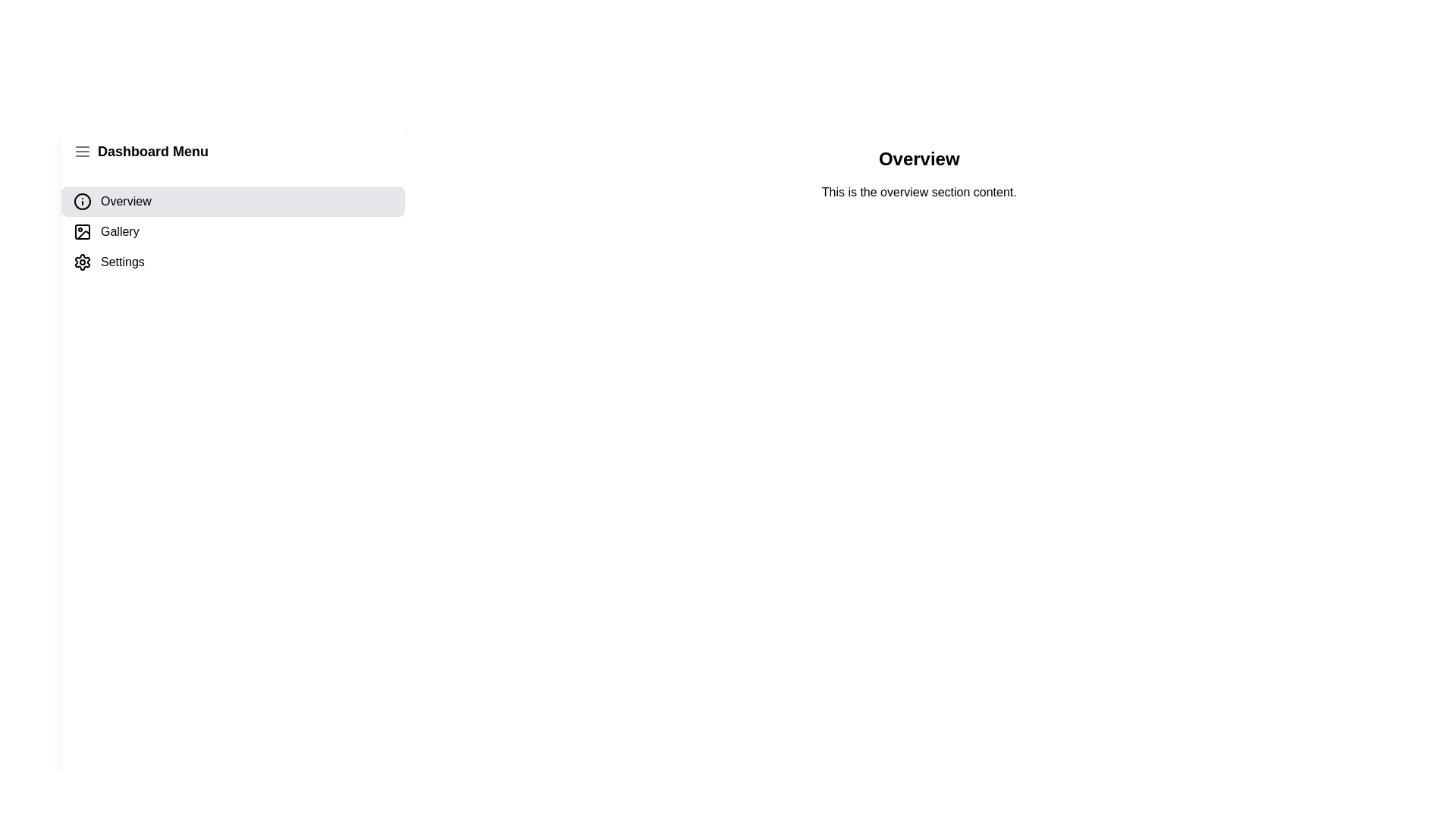 The width and height of the screenshot is (1456, 819). What do you see at coordinates (232, 262) in the screenshot?
I see `the menu item corresponding to Settings` at bounding box center [232, 262].